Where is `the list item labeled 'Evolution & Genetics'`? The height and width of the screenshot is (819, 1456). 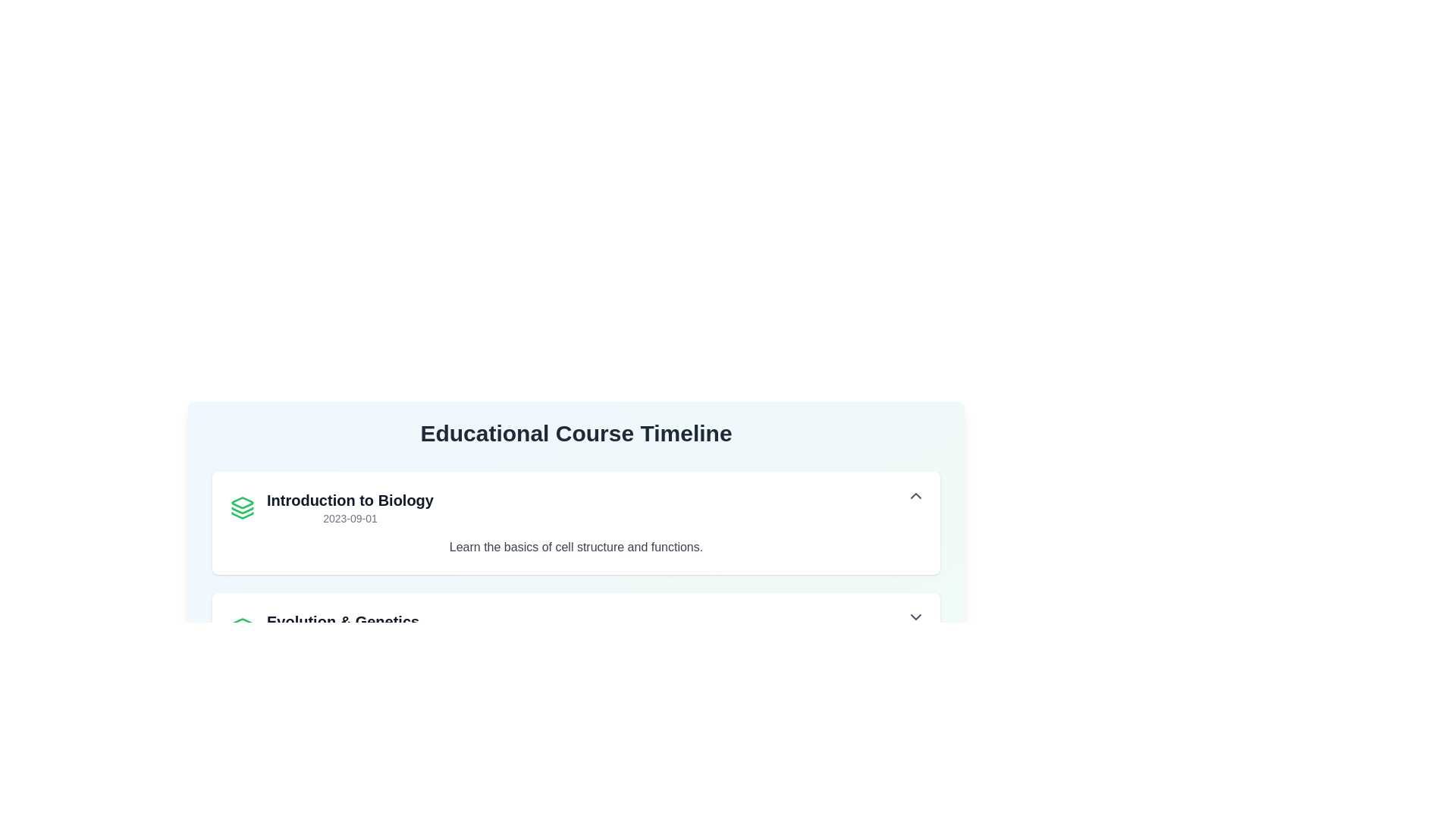
the list item labeled 'Evolution & Genetics' is located at coordinates (324, 629).